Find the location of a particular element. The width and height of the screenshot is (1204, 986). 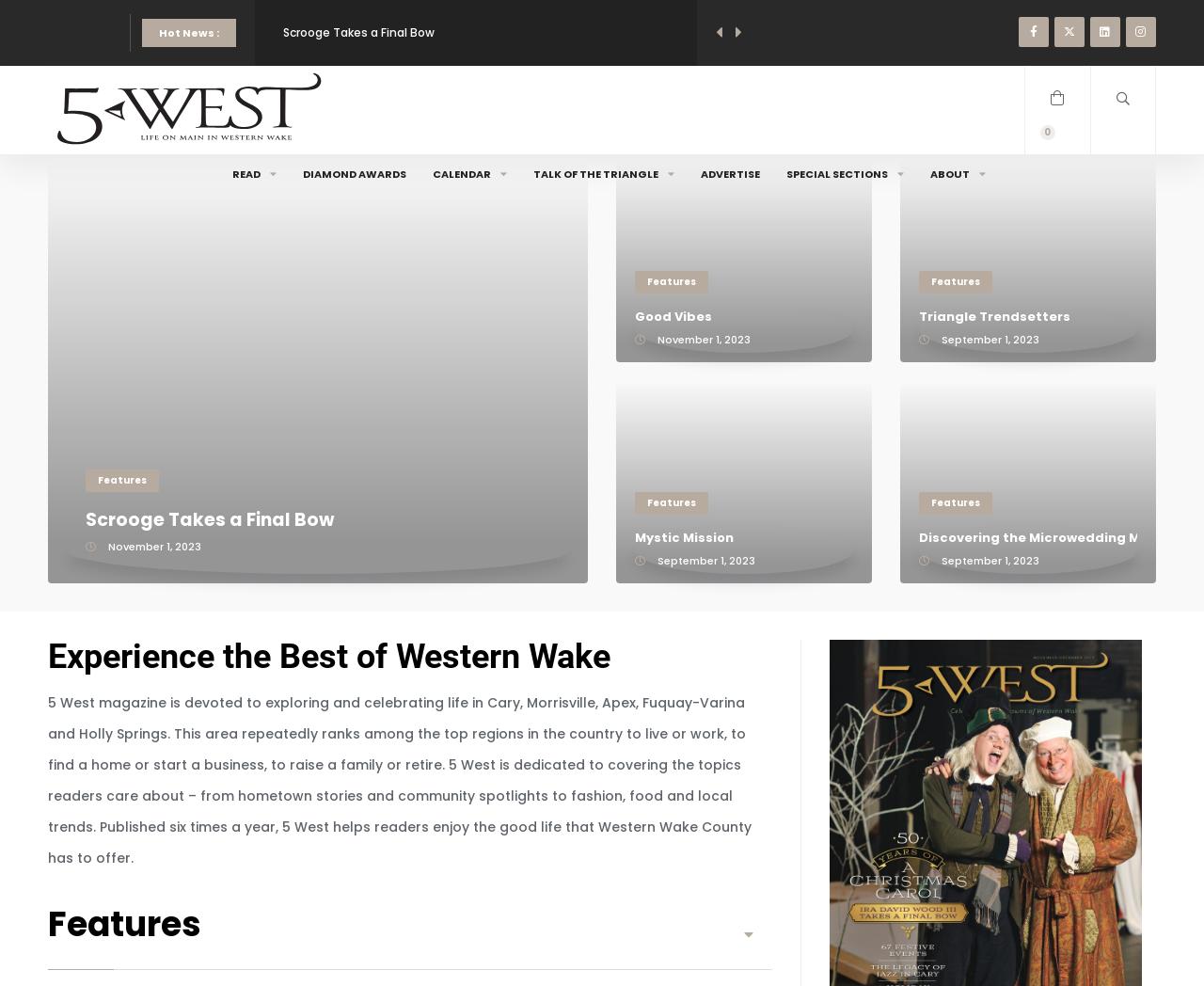

'0 items' is located at coordinates (1054, 139).